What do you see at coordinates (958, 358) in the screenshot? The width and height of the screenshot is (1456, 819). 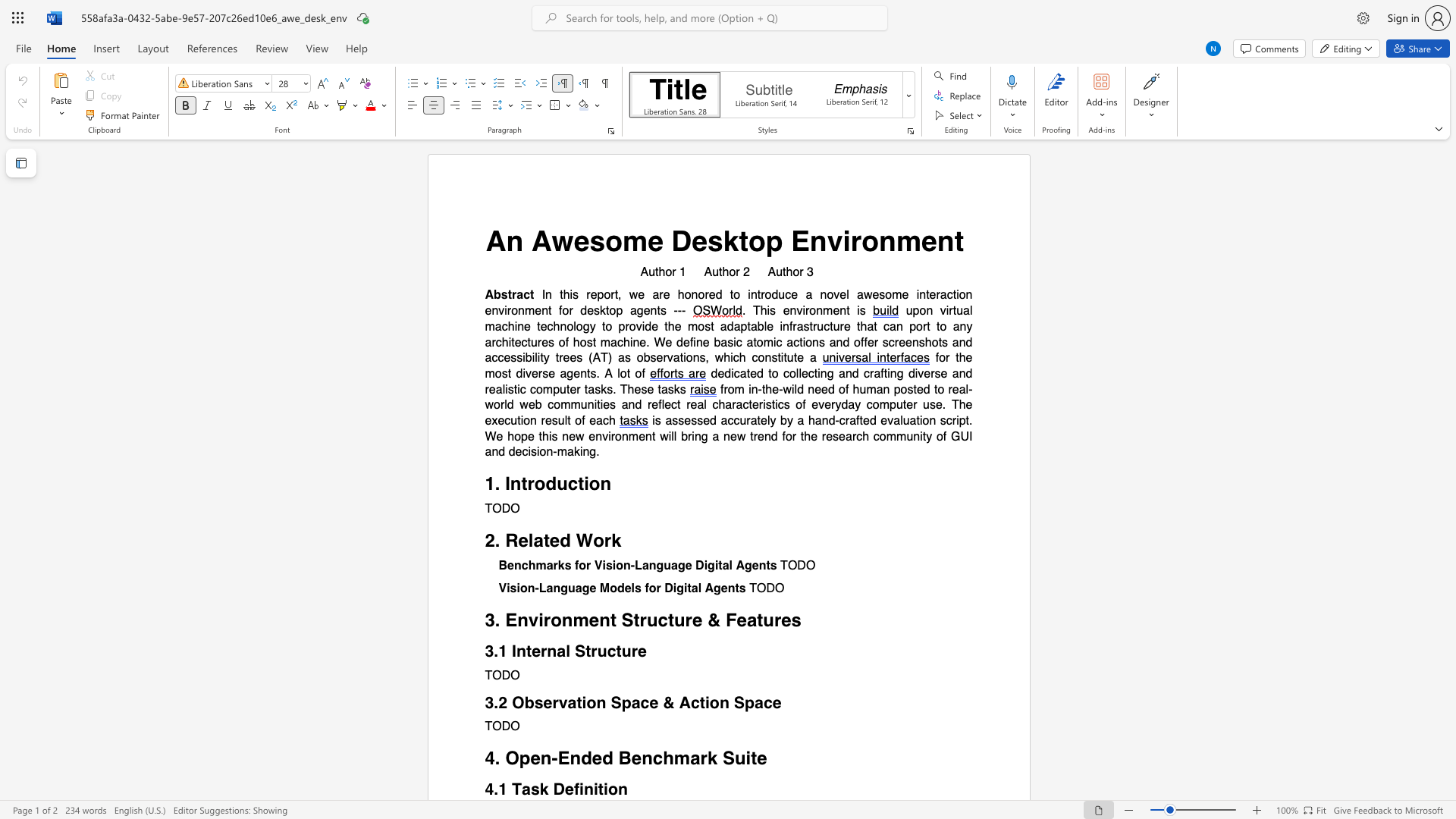 I see `the subset text "he most diverse agent" within the text "for the most diverse agents. A lot of"` at bounding box center [958, 358].